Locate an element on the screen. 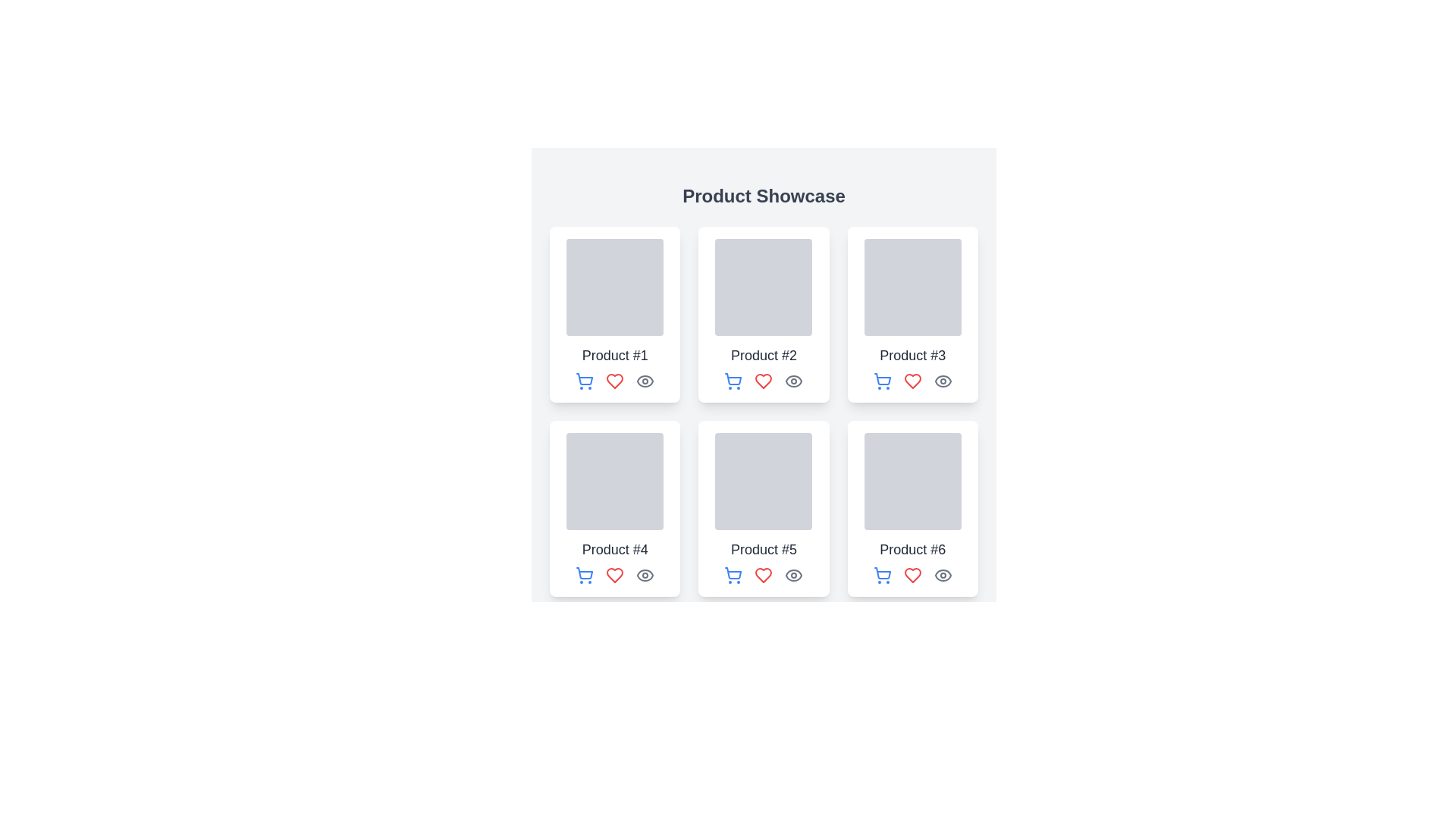 The width and height of the screenshot is (1456, 819). the heart icon button located in the second row, second column of the product grid is located at coordinates (764, 576).